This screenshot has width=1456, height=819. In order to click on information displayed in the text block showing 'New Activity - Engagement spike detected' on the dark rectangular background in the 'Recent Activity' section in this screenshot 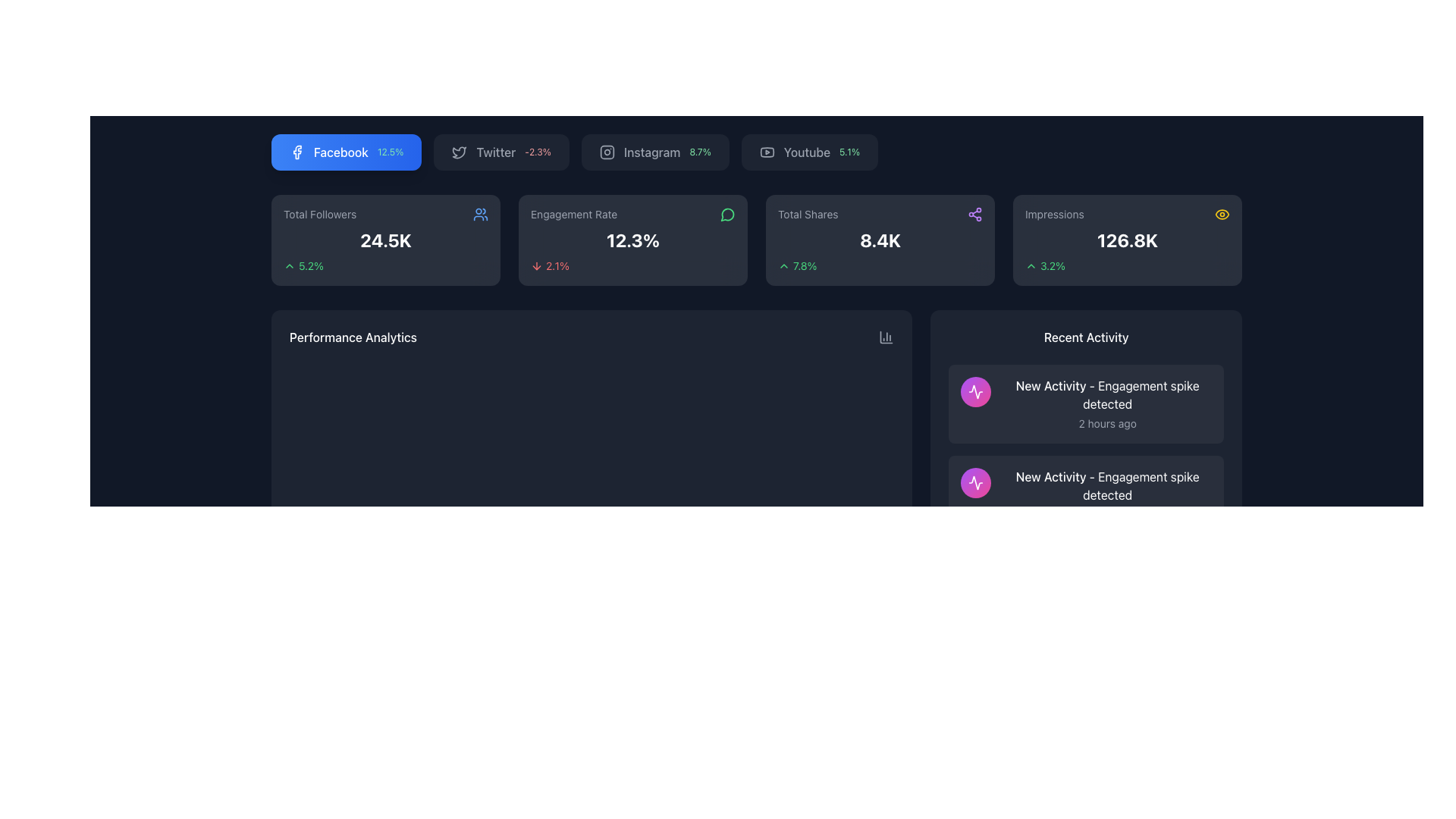, I will do `click(1107, 403)`.